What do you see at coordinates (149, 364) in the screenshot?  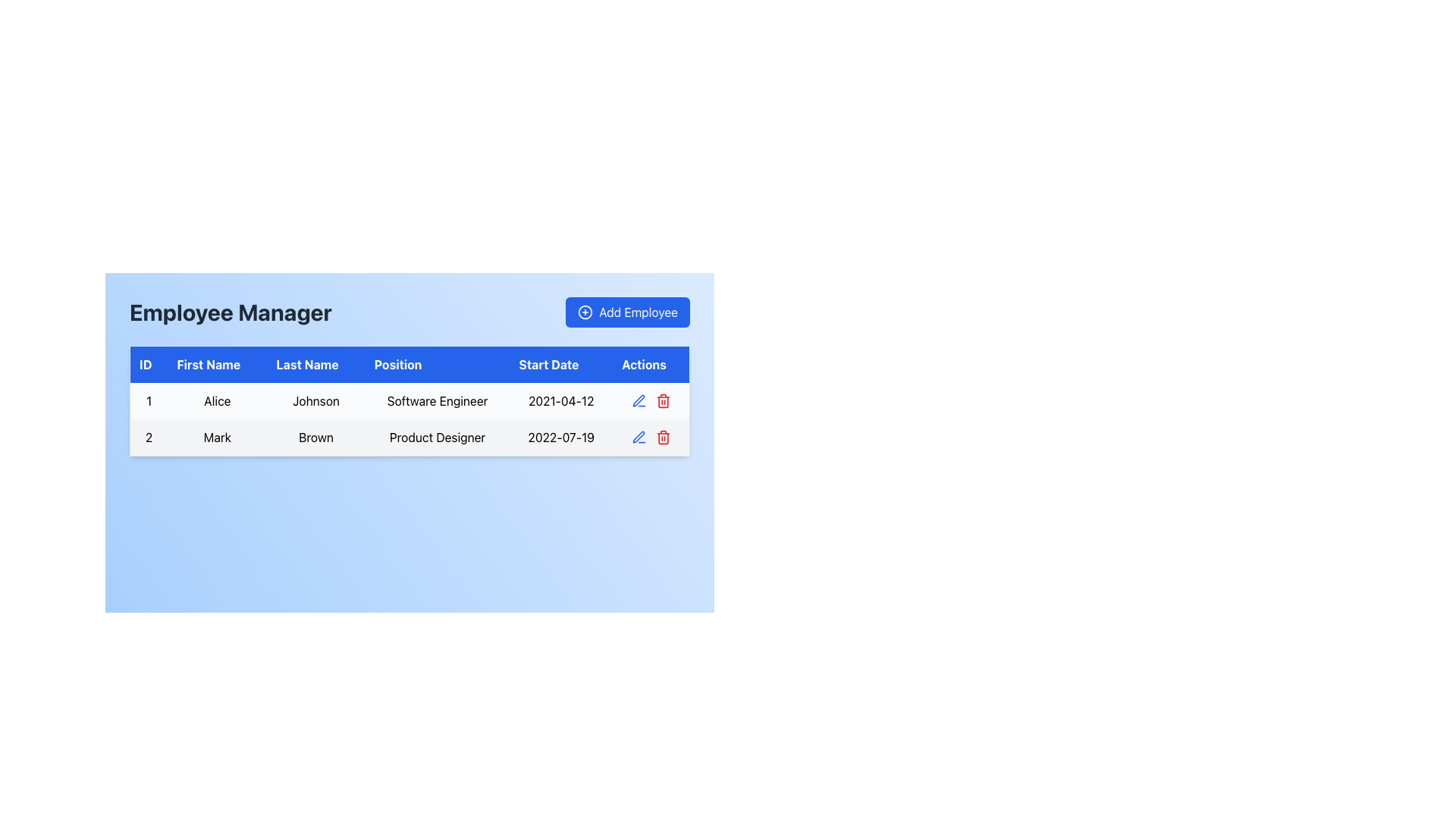 I see `the Table Header Cell that serves as the label for the column containing IDs in the table below it, located in the first column of the header row` at bounding box center [149, 364].